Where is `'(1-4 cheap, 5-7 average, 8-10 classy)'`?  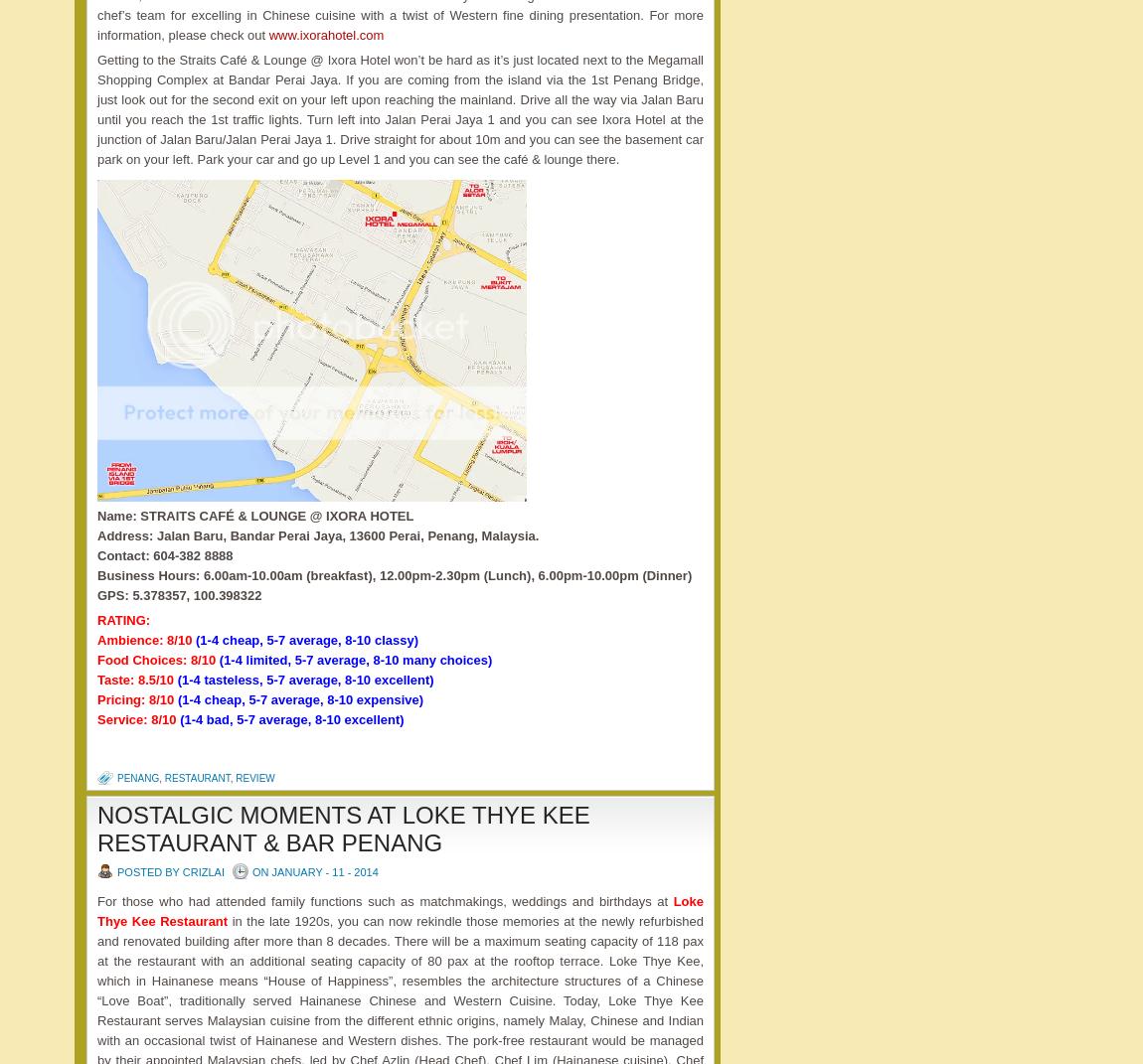
'(1-4 cheap, 5-7 average, 8-10 classy)' is located at coordinates (307, 638).